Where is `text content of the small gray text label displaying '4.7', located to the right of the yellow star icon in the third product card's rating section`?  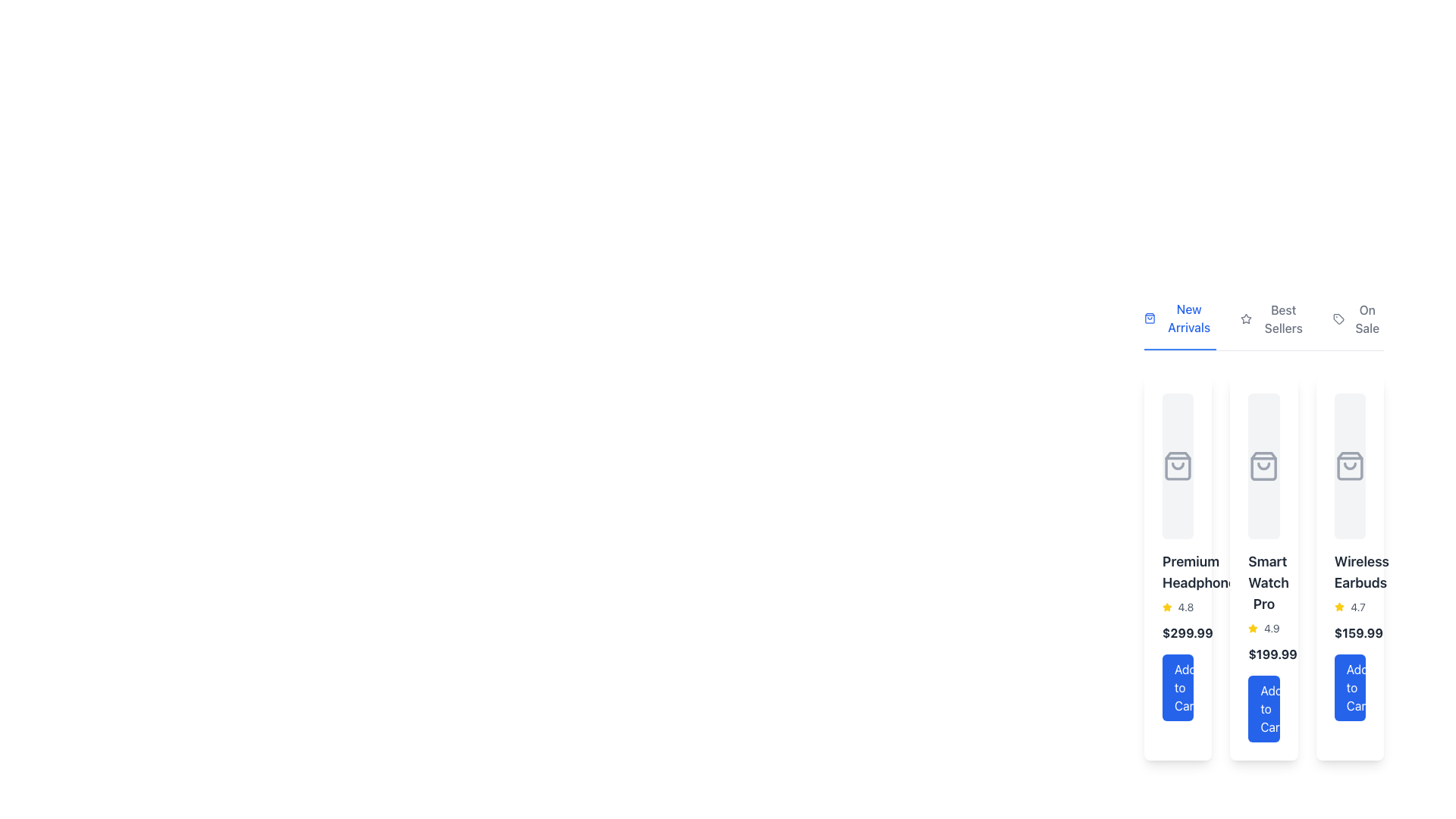 text content of the small gray text label displaying '4.7', located to the right of the yellow star icon in the third product card's rating section is located at coordinates (1358, 607).